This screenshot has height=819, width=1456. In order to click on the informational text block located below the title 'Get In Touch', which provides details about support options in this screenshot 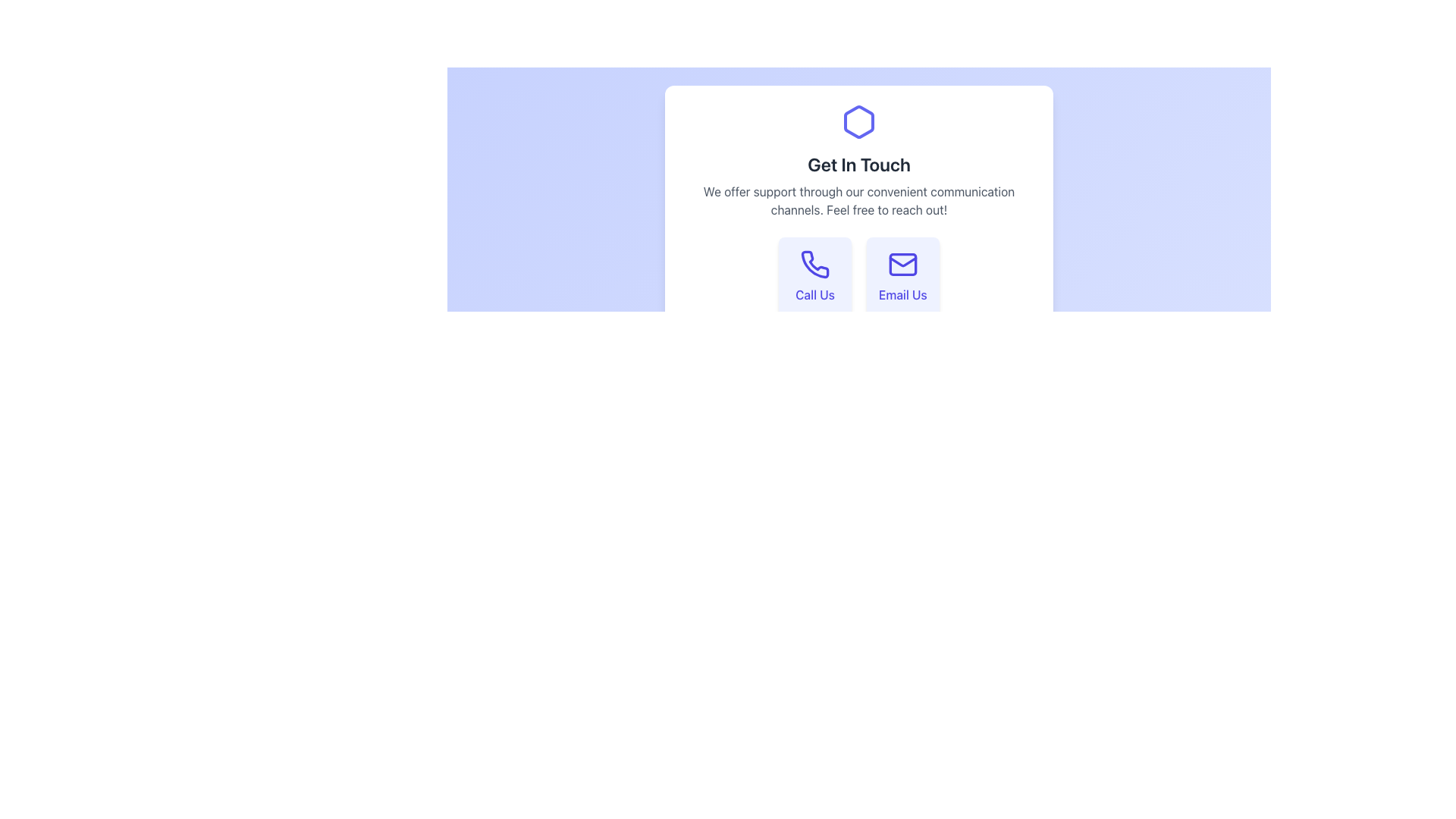, I will do `click(858, 200)`.